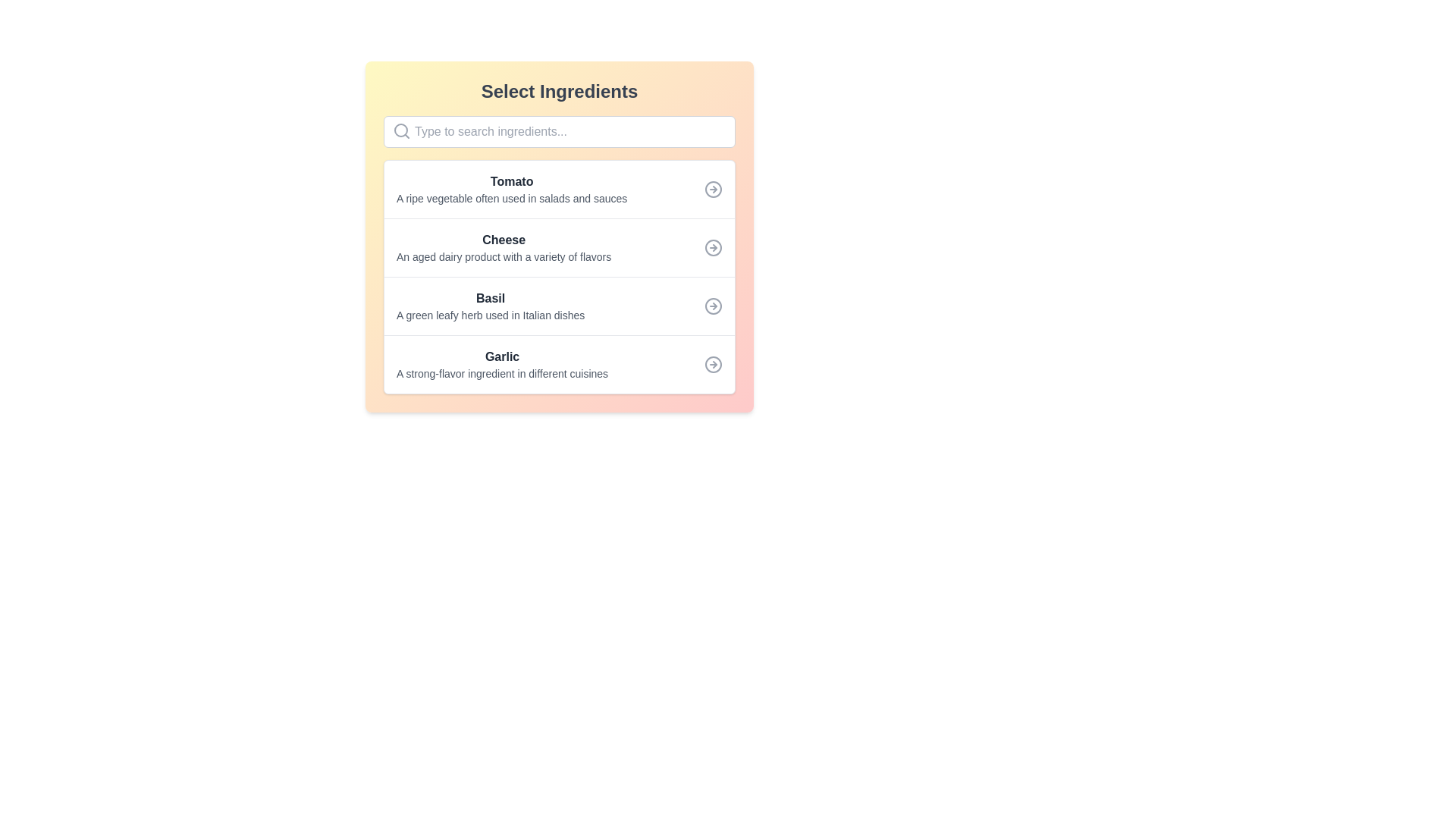 The height and width of the screenshot is (819, 1456). What do you see at coordinates (512, 180) in the screenshot?
I see `the 'Tomato' text label` at bounding box center [512, 180].